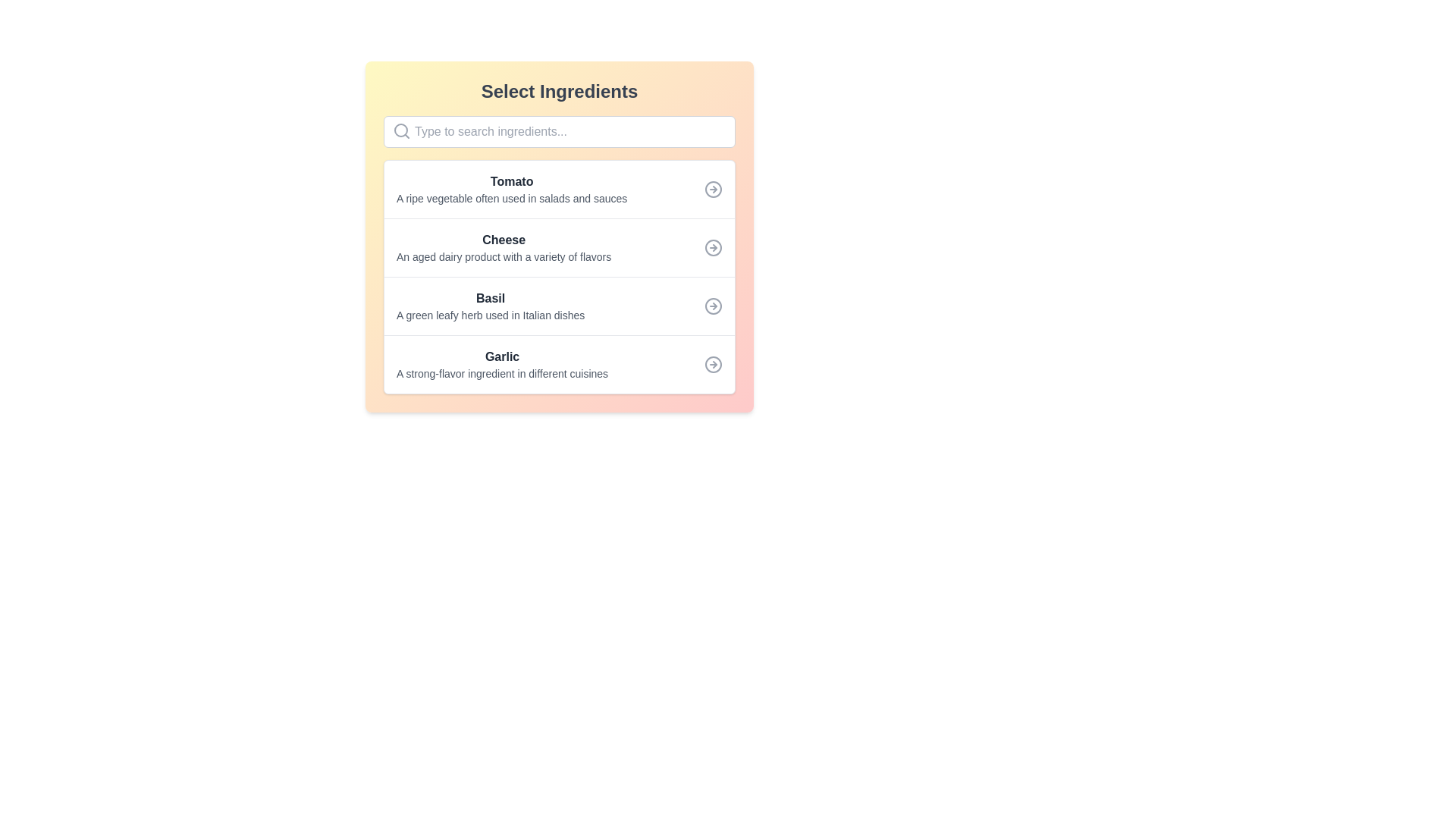 The height and width of the screenshot is (819, 1456). What do you see at coordinates (512, 180) in the screenshot?
I see `the 'Tomato' text label` at bounding box center [512, 180].